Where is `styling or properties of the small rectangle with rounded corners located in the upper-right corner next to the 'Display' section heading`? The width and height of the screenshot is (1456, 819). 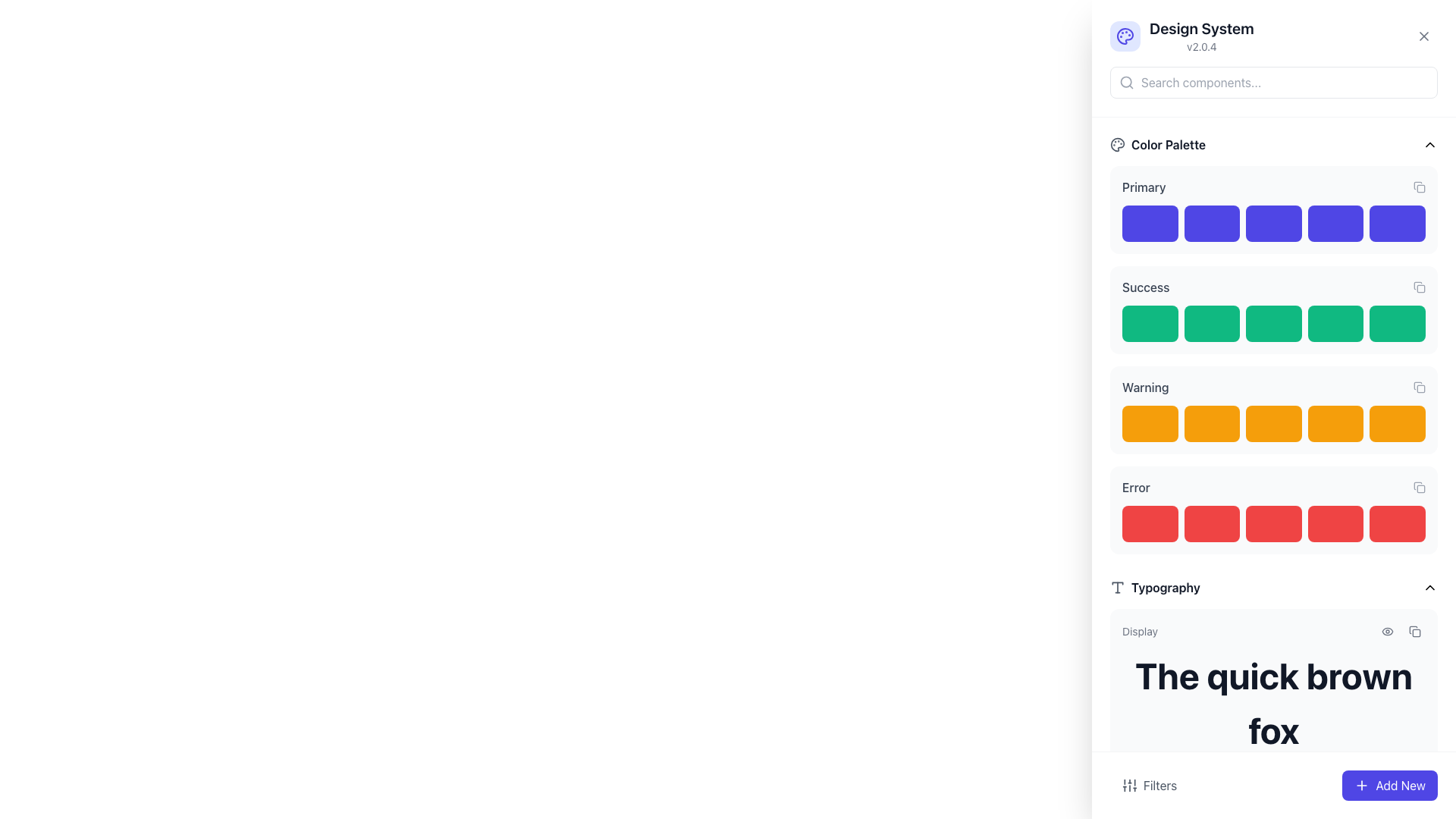 styling or properties of the small rectangle with rounded corners located in the upper-right corner next to the 'Display' section heading is located at coordinates (1415, 632).